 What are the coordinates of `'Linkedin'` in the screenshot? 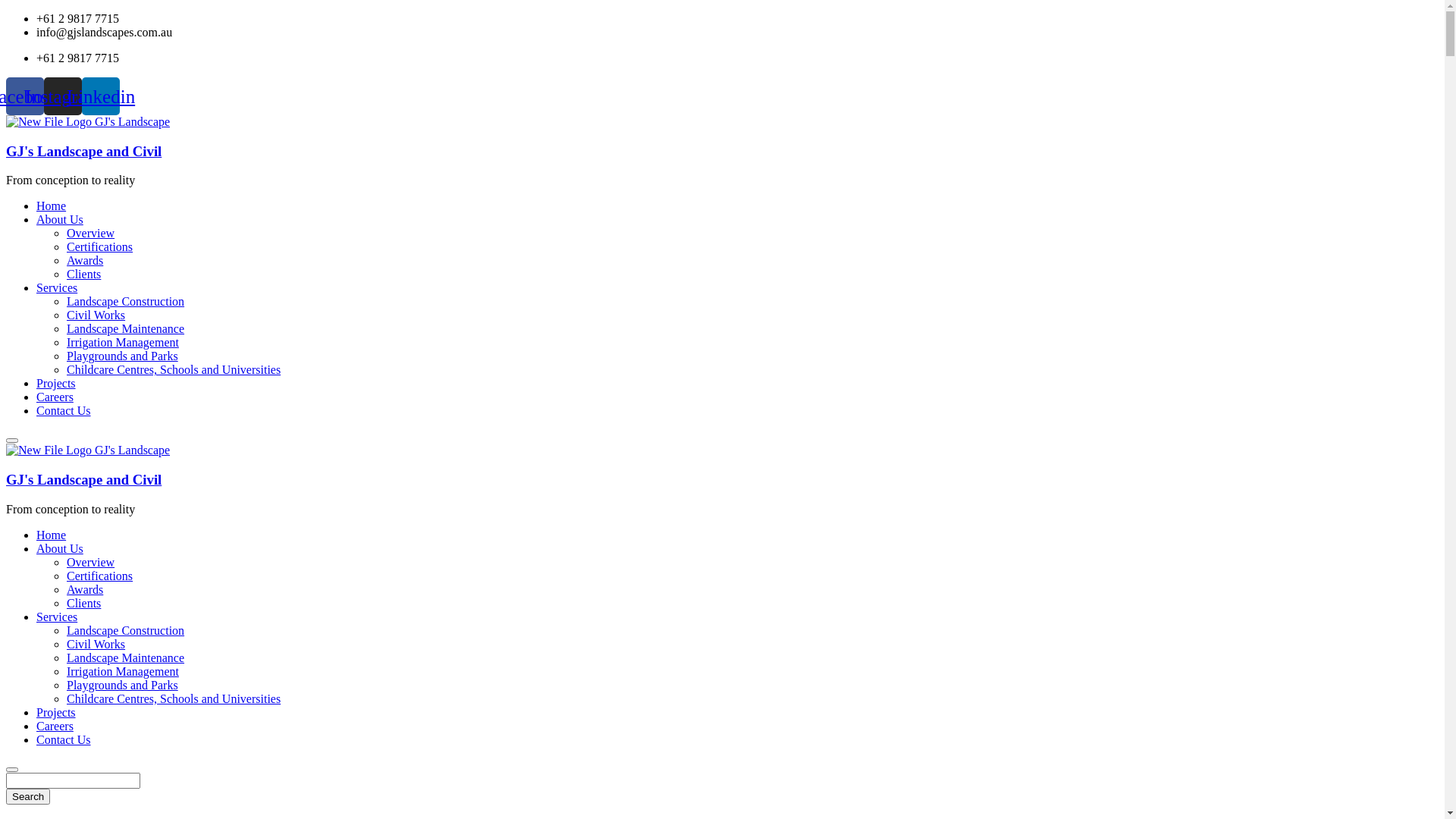 It's located at (100, 96).